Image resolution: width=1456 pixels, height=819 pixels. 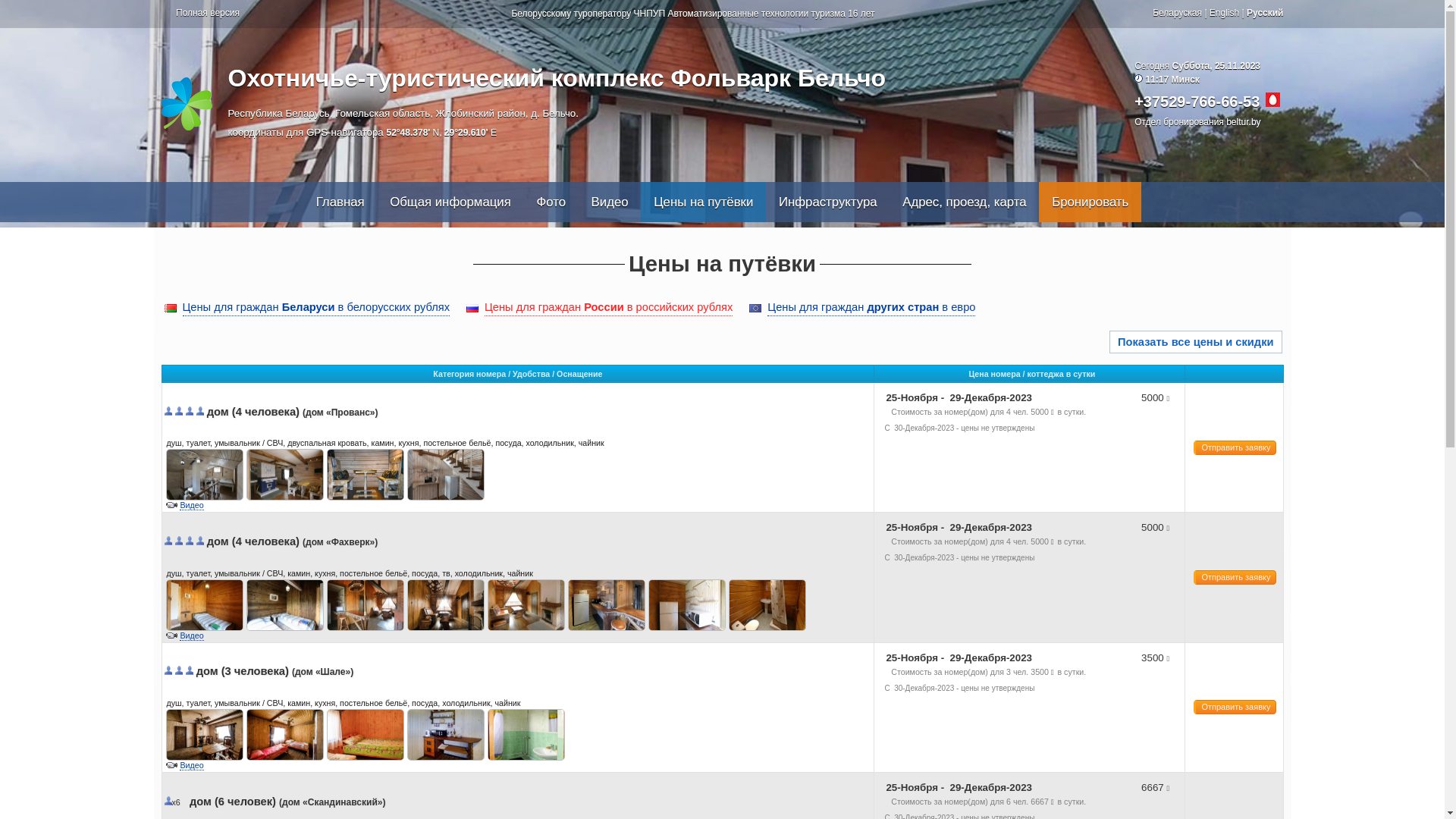 I want to click on '+37529-766-66-53', so click(x=1196, y=102).